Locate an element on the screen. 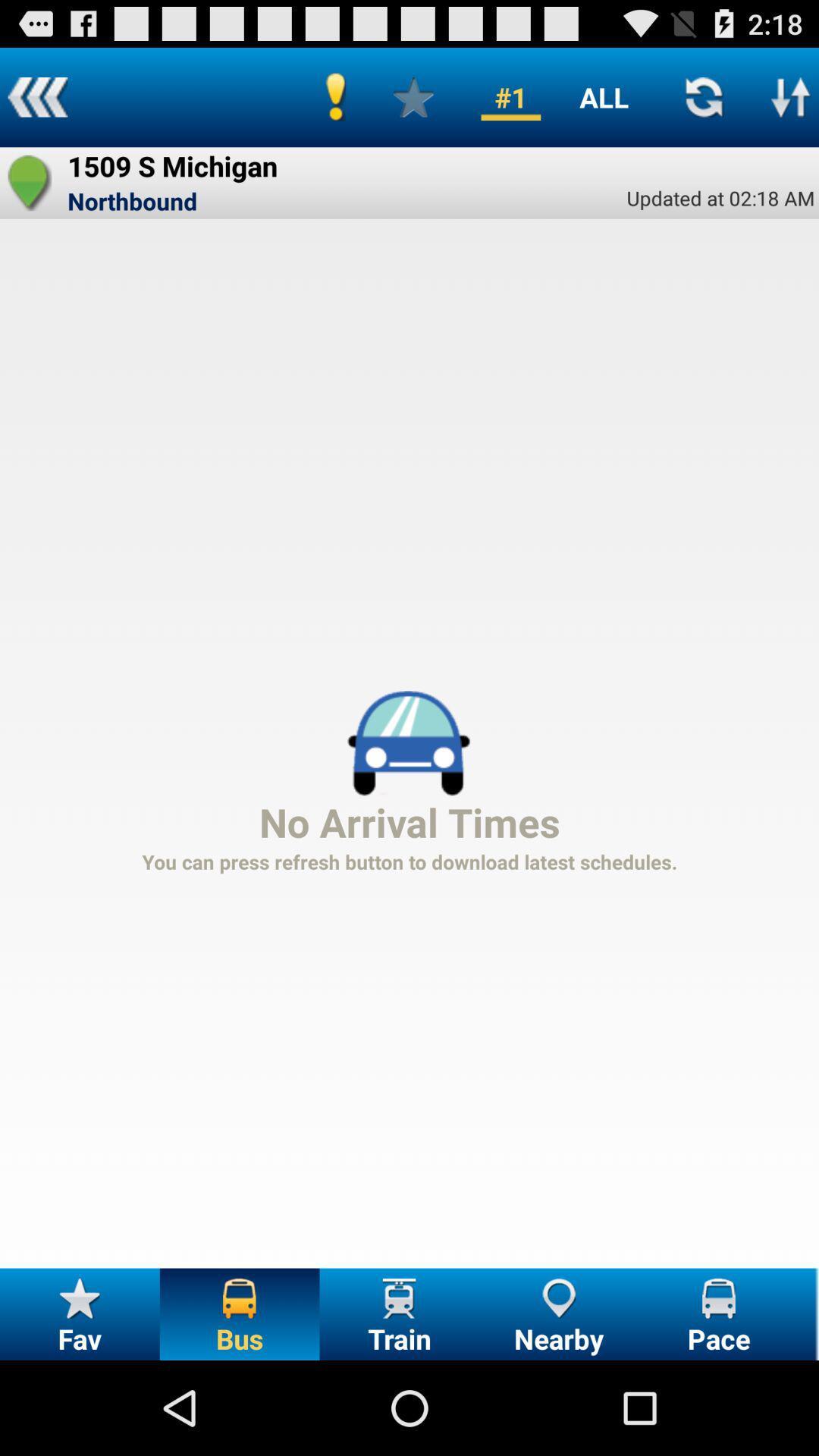 The image size is (819, 1456). the app next to 1509 s michigan is located at coordinates (30, 182).